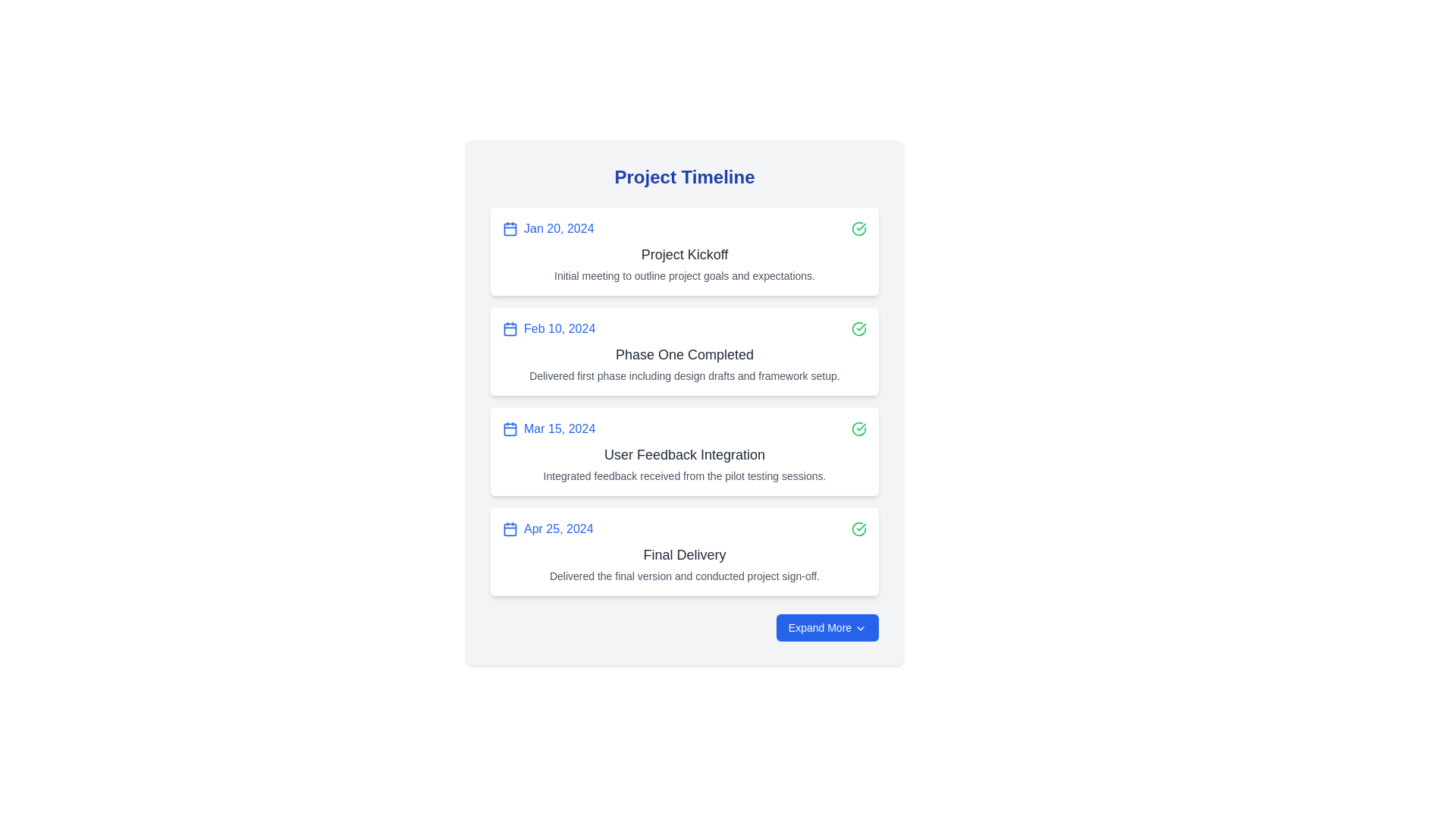  I want to click on the third Card Item, so click(683, 451).